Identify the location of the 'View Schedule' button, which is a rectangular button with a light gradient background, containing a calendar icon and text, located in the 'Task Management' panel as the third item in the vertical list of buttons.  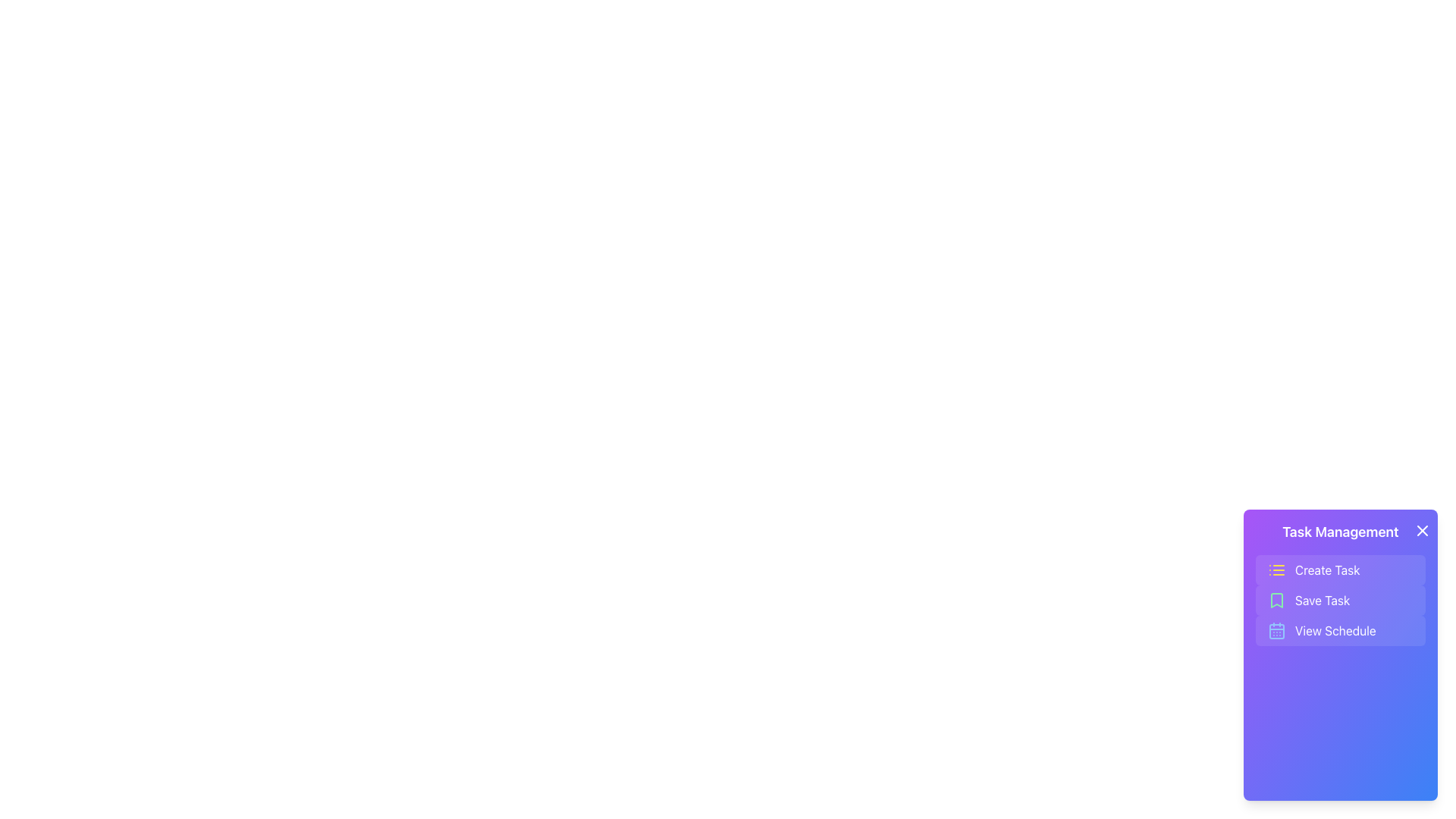
(1340, 631).